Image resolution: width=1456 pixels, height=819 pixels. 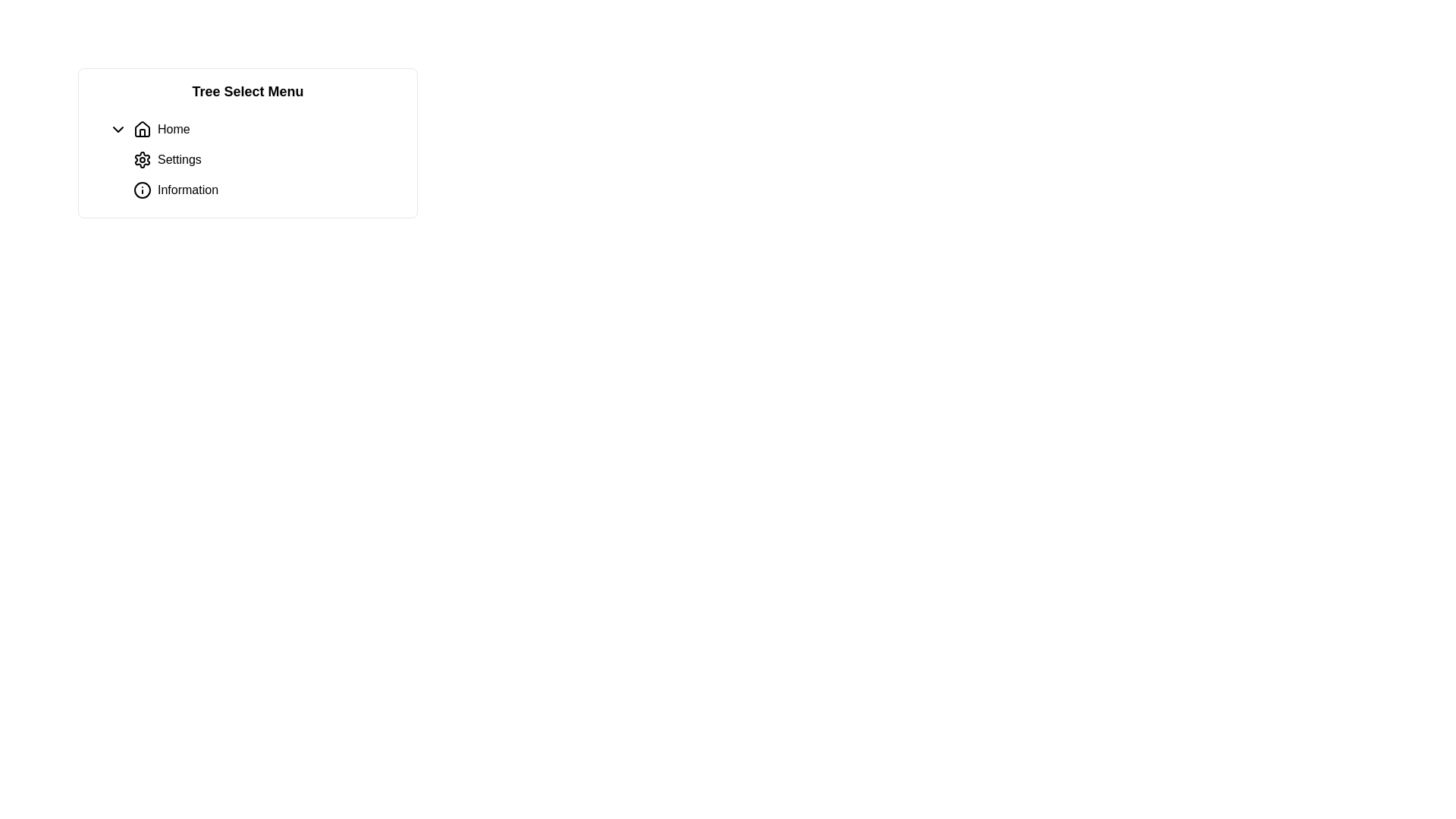 I want to click on the 'Home' menu icon, which is the first icon to the right of the dropdown arrow in the vertical menu, so click(x=142, y=128).